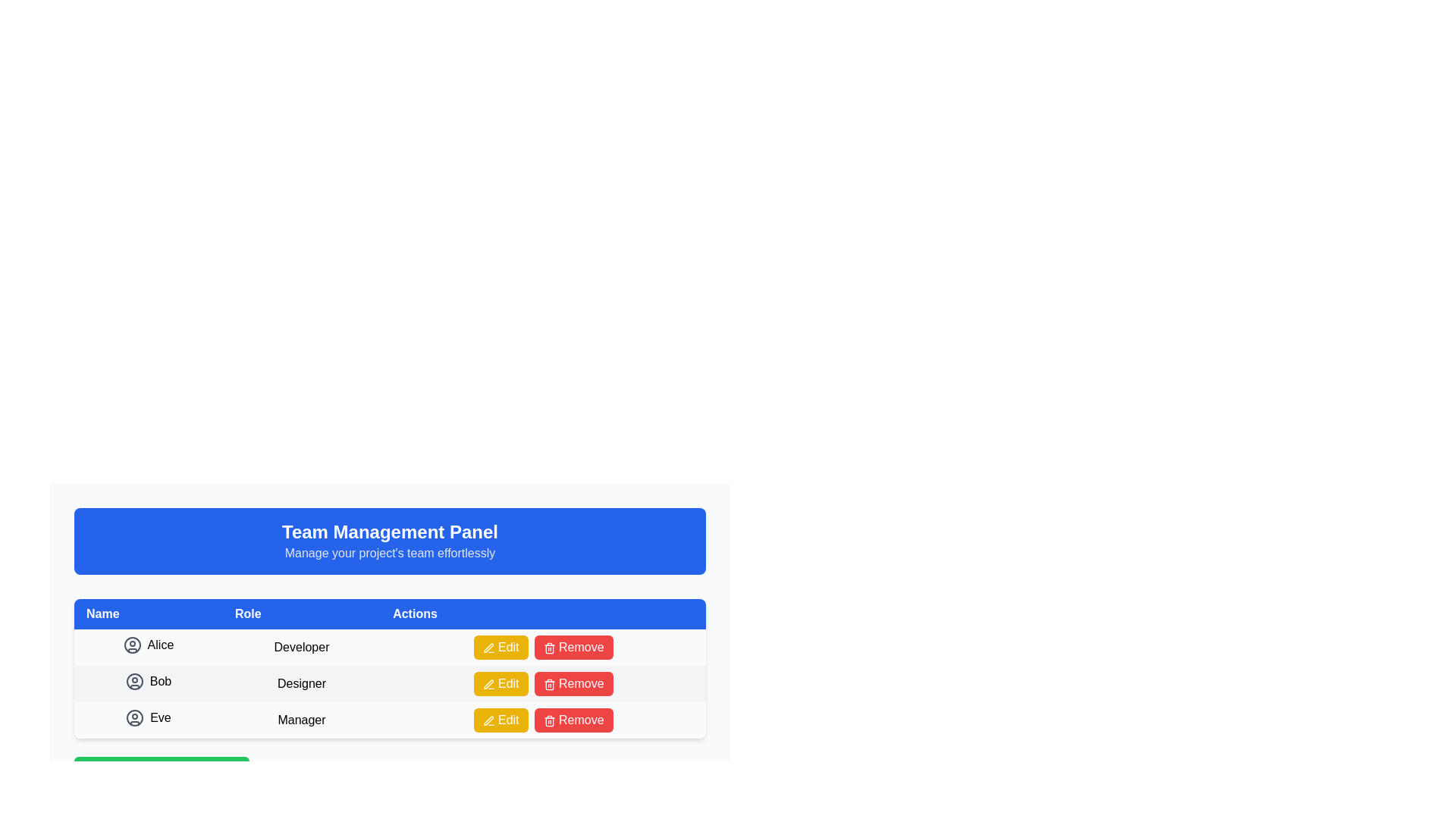 The image size is (1456, 819). I want to click on the red 'Remove' button with a trash icon located in the 'Actions' column of the third row of the table, so click(573, 647).